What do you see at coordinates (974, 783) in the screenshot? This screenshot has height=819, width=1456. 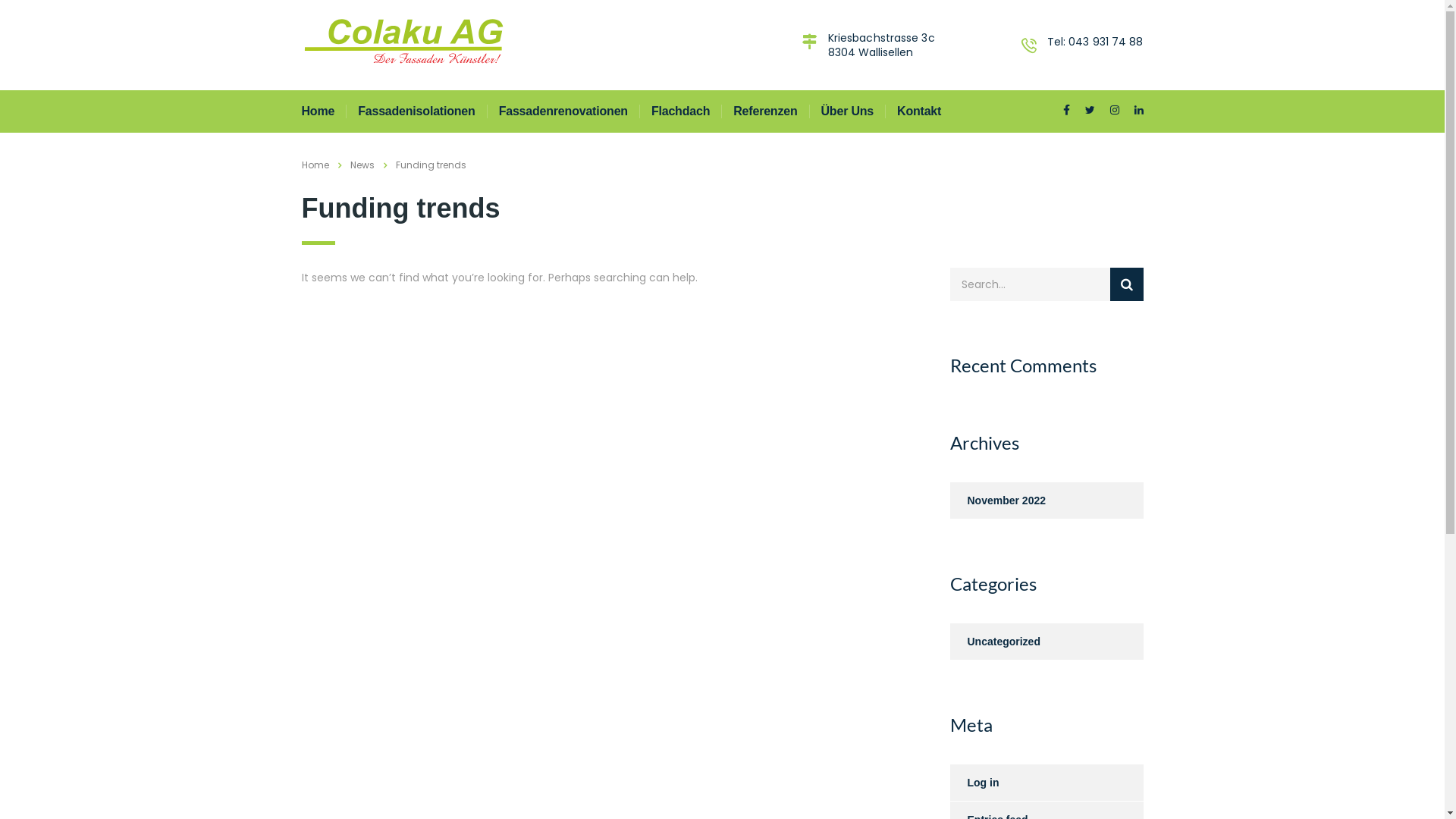 I see `'Log in'` at bounding box center [974, 783].